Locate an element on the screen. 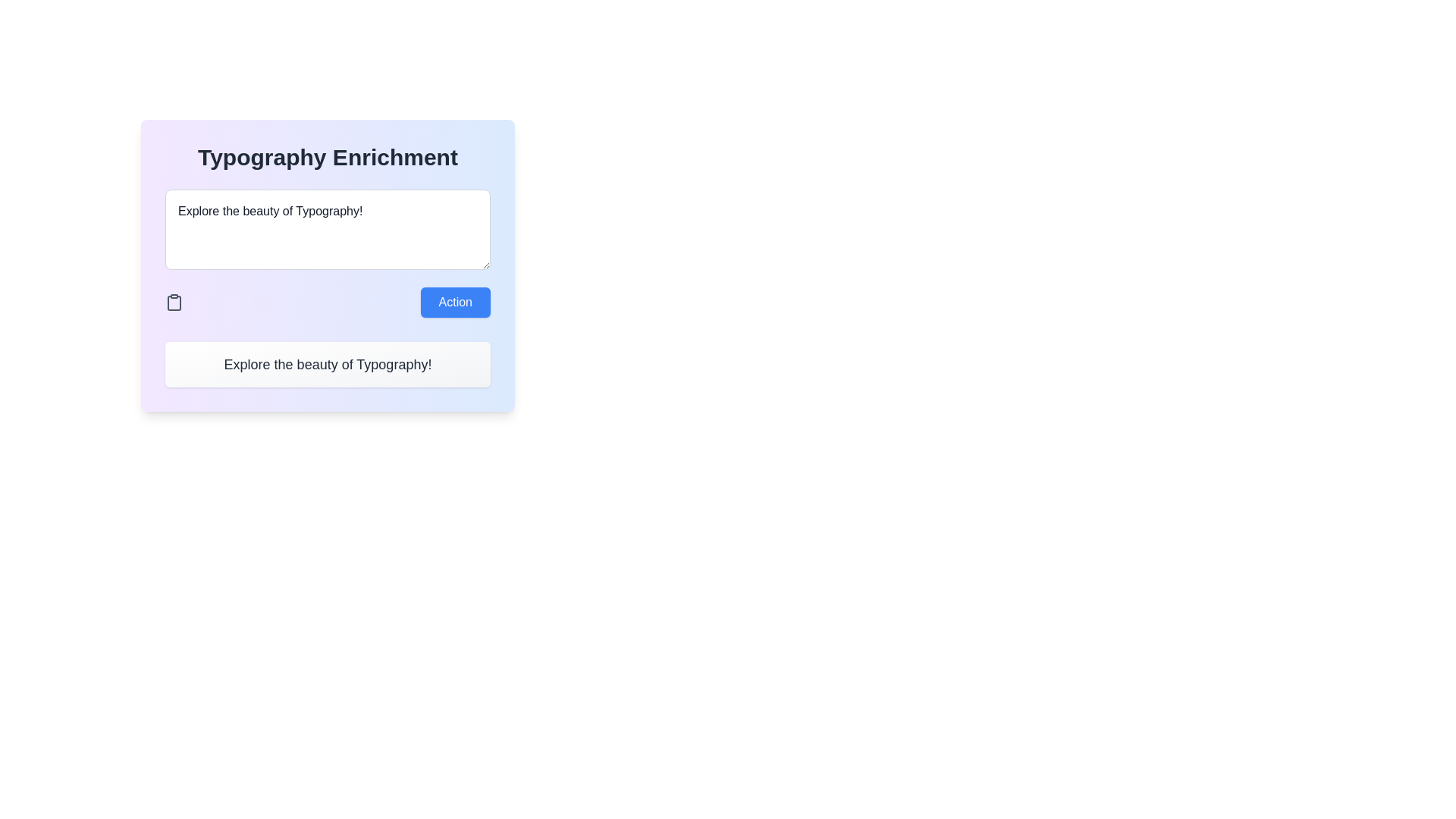 Image resolution: width=1456 pixels, height=819 pixels. text in the multiline text input or display field located below the header 'Typography Enrichment' is located at coordinates (327, 230).